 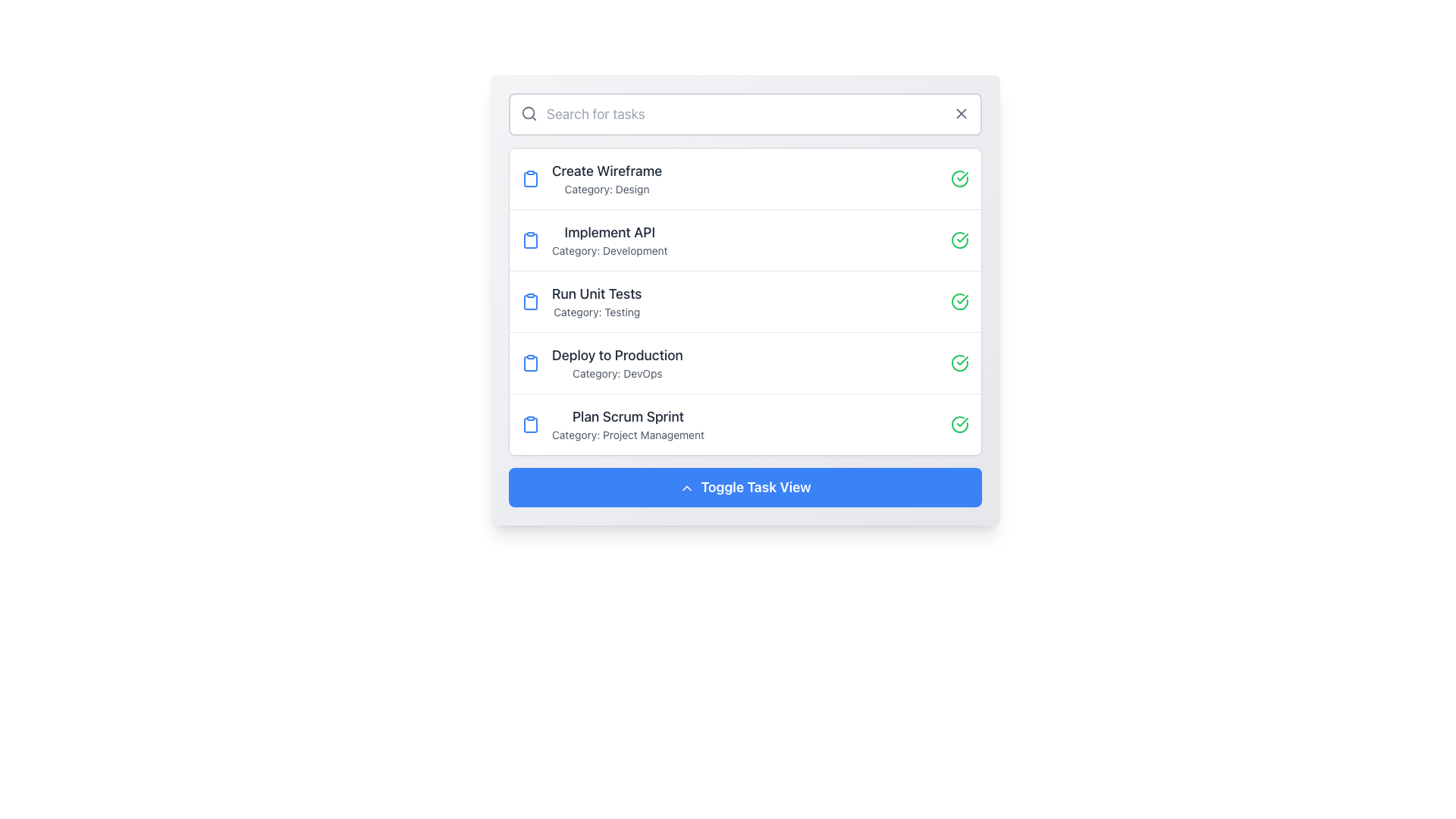 I want to click on the upward-pointing chevron icon with a blue background and white outline, located inside the 'Toggle Task View' button, towards the left side next to the text label, so click(x=686, y=488).